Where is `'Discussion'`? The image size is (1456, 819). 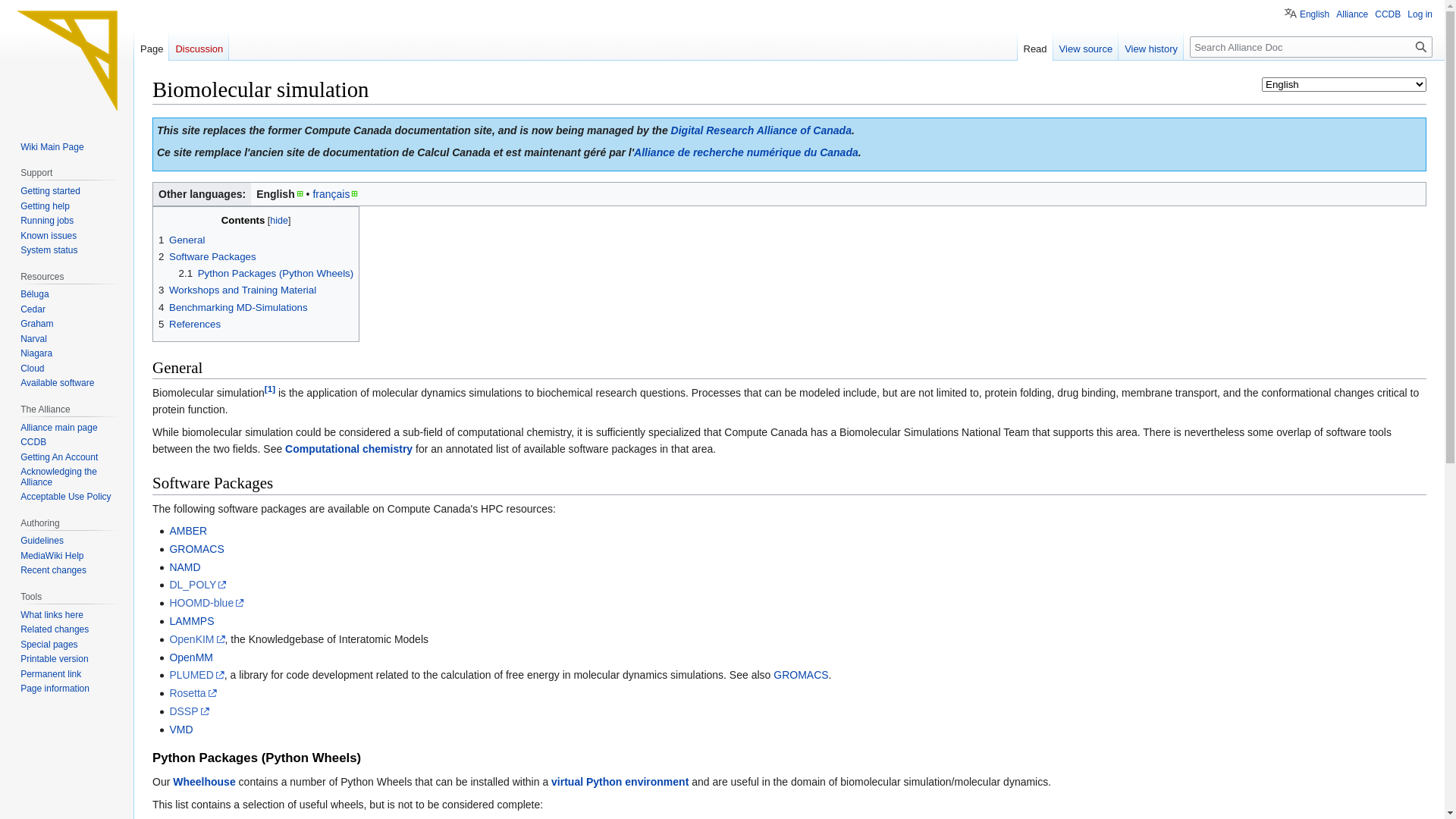 'Discussion' is located at coordinates (198, 45).